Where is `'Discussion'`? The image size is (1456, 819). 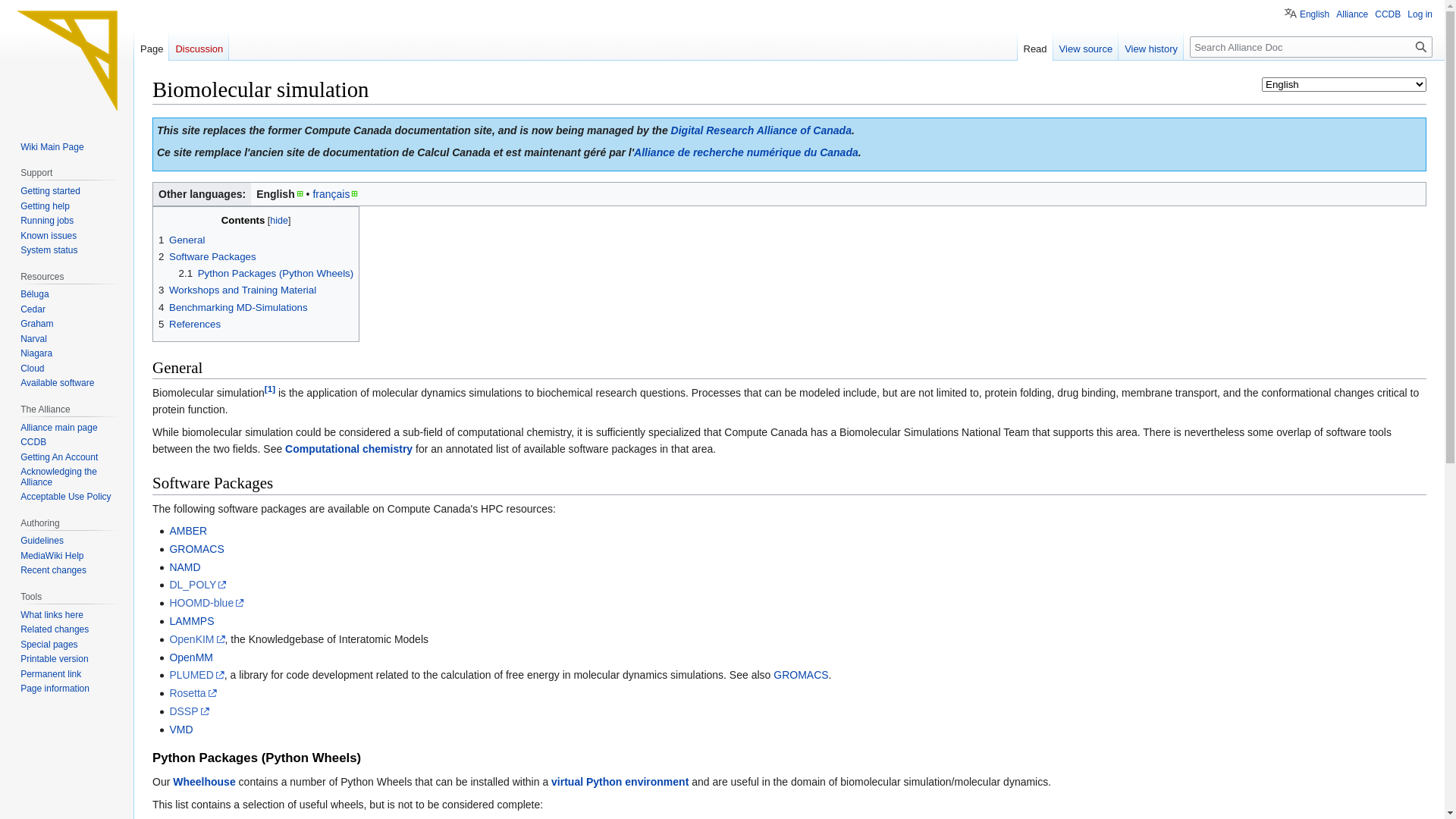 'Discussion' is located at coordinates (198, 45).